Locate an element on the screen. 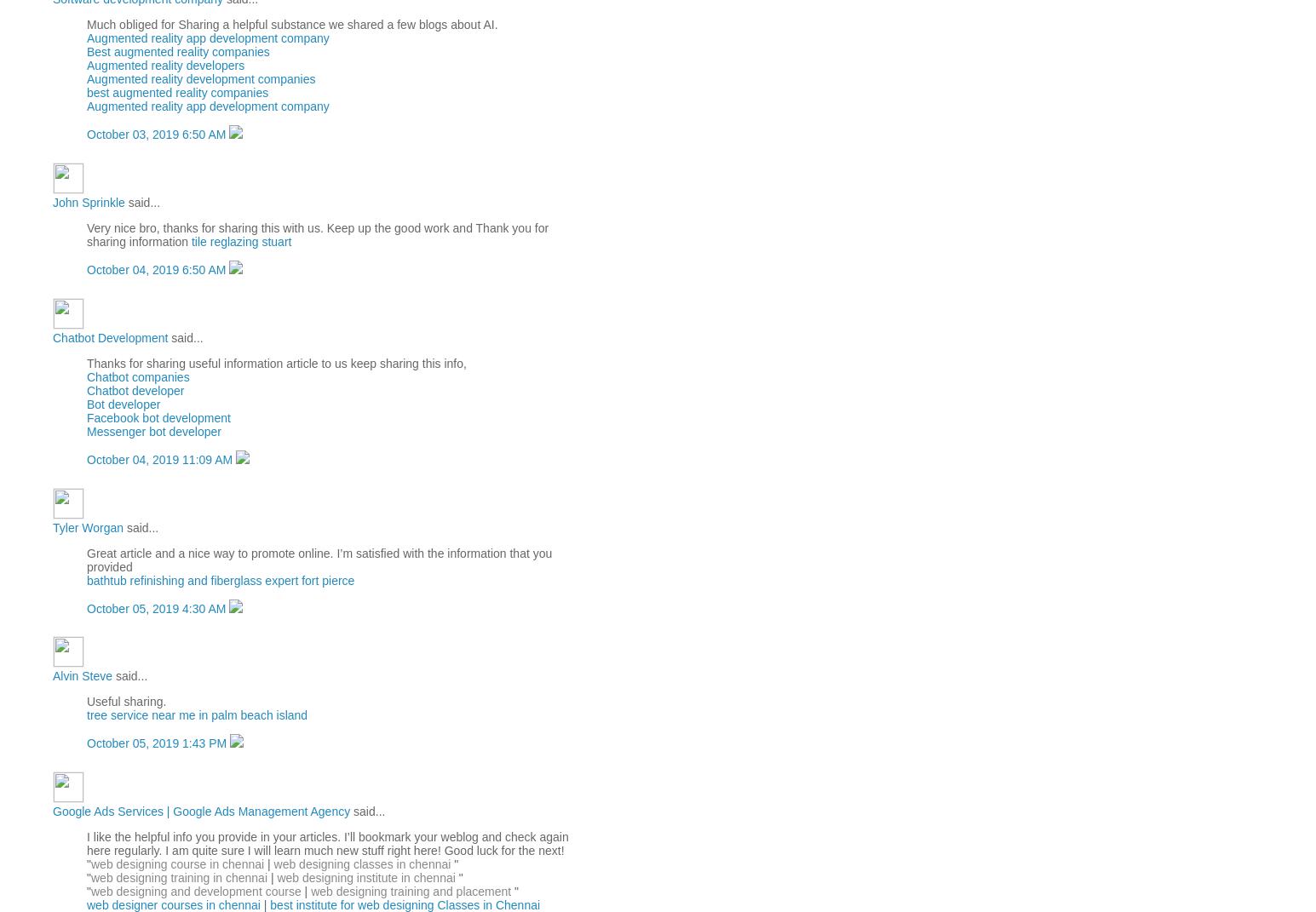  'Much obliged for Sharing a helpful substance we shared a few blogs about AI.' is located at coordinates (290, 24).